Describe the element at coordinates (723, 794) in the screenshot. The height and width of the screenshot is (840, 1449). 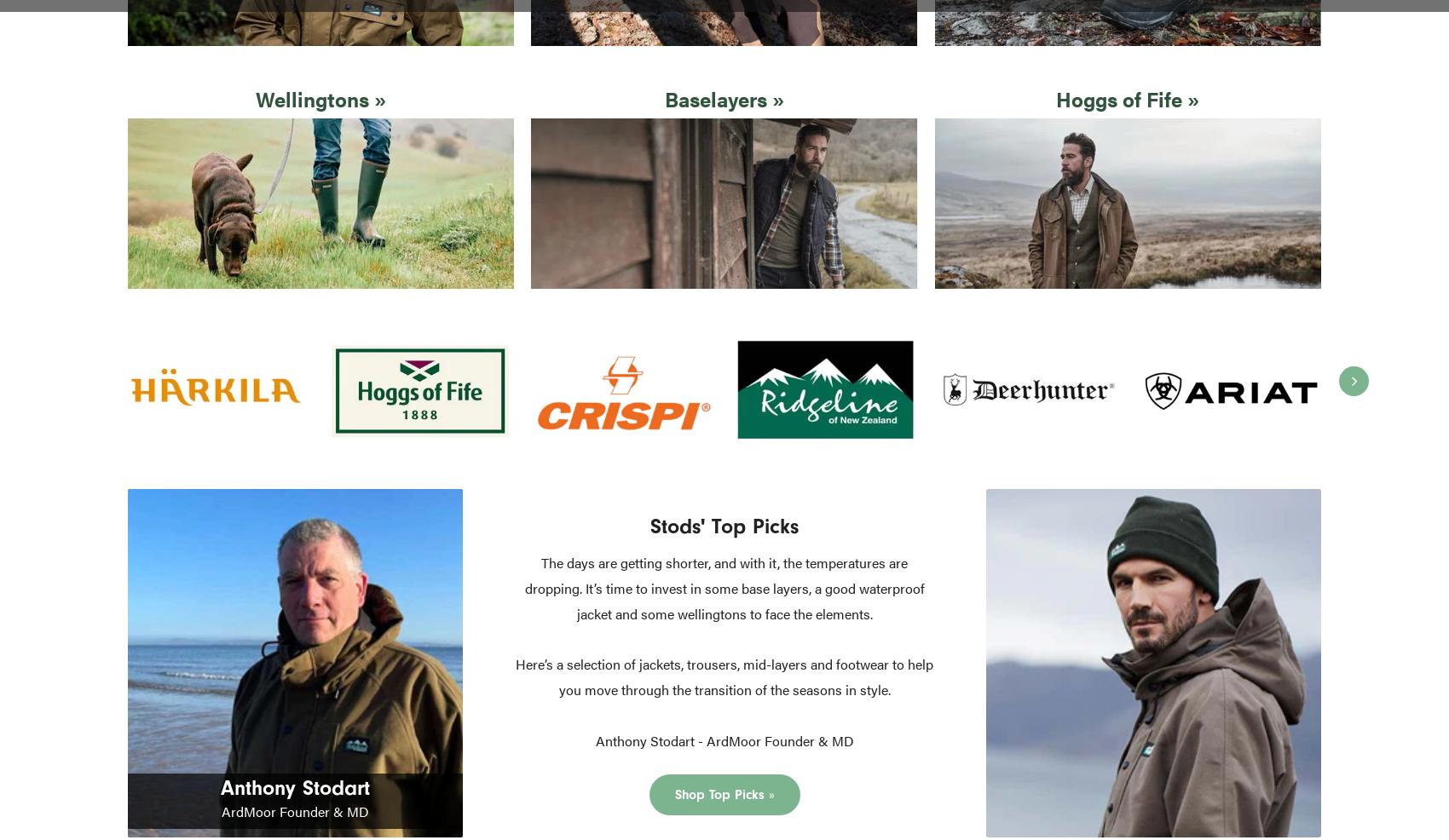
I see `'Shop Top Picks »'` at that location.